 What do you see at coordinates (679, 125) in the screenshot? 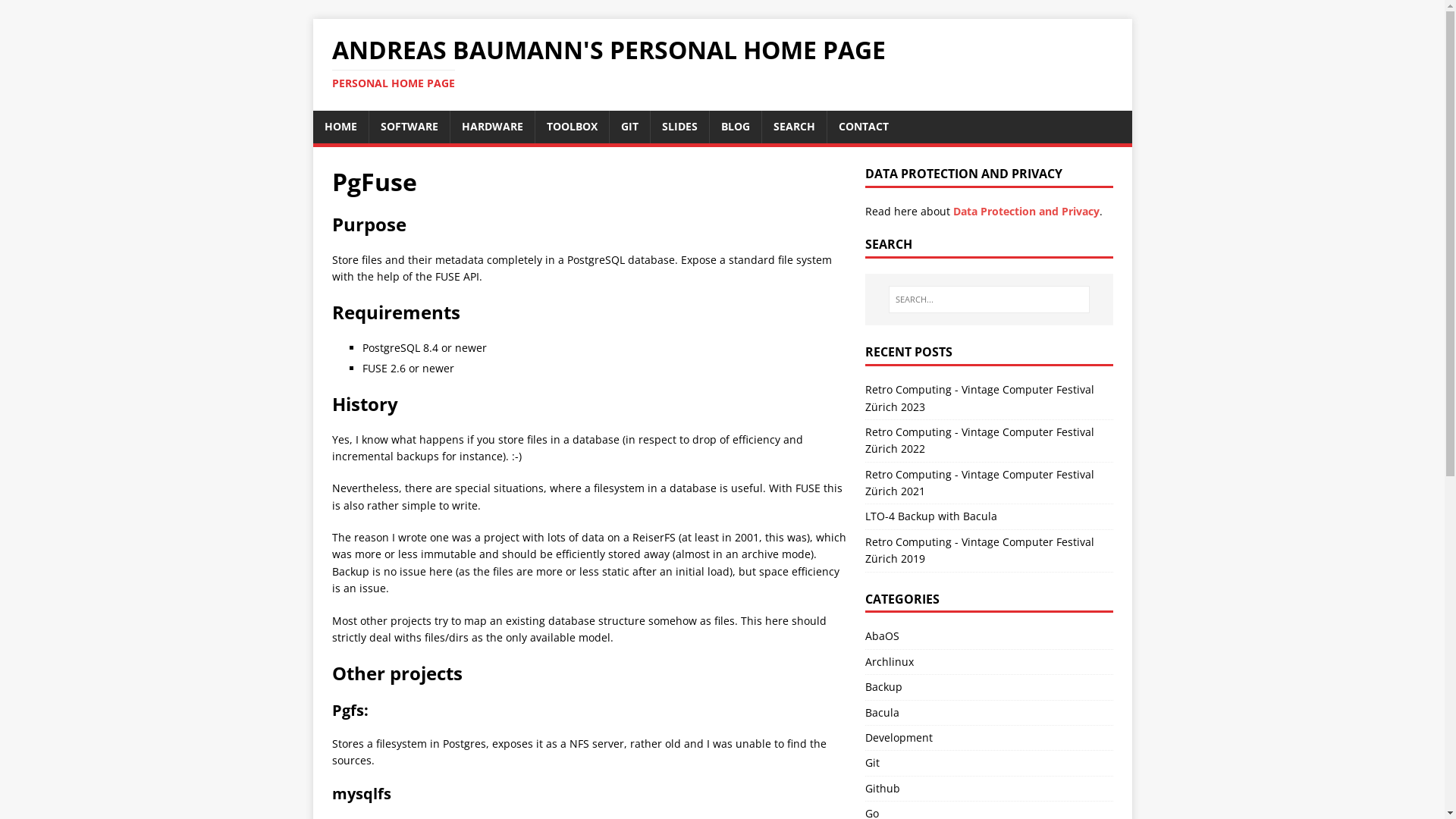
I see `'SLIDES'` at bounding box center [679, 125].